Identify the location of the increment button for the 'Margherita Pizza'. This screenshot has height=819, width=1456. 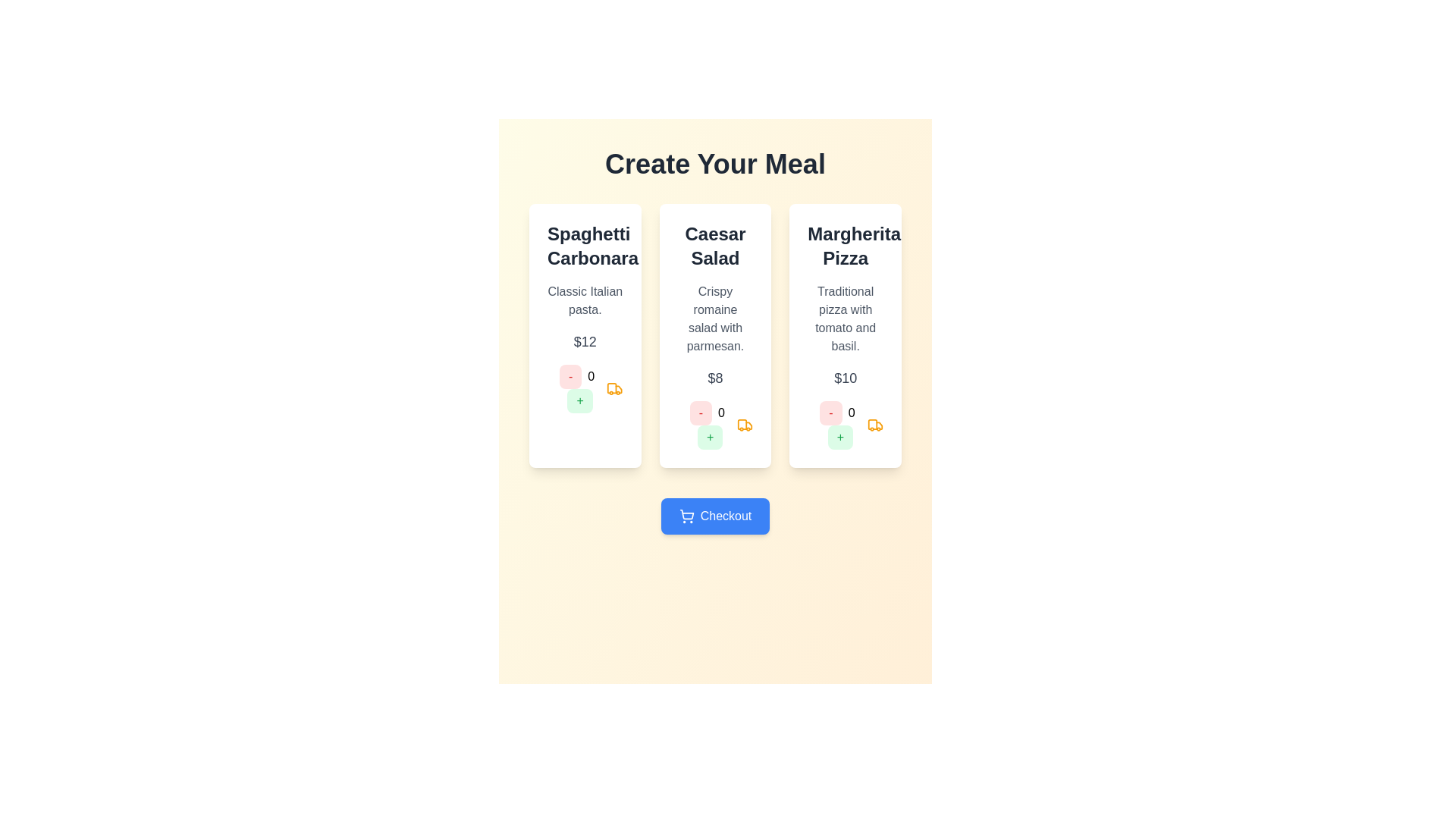
(839, 438).